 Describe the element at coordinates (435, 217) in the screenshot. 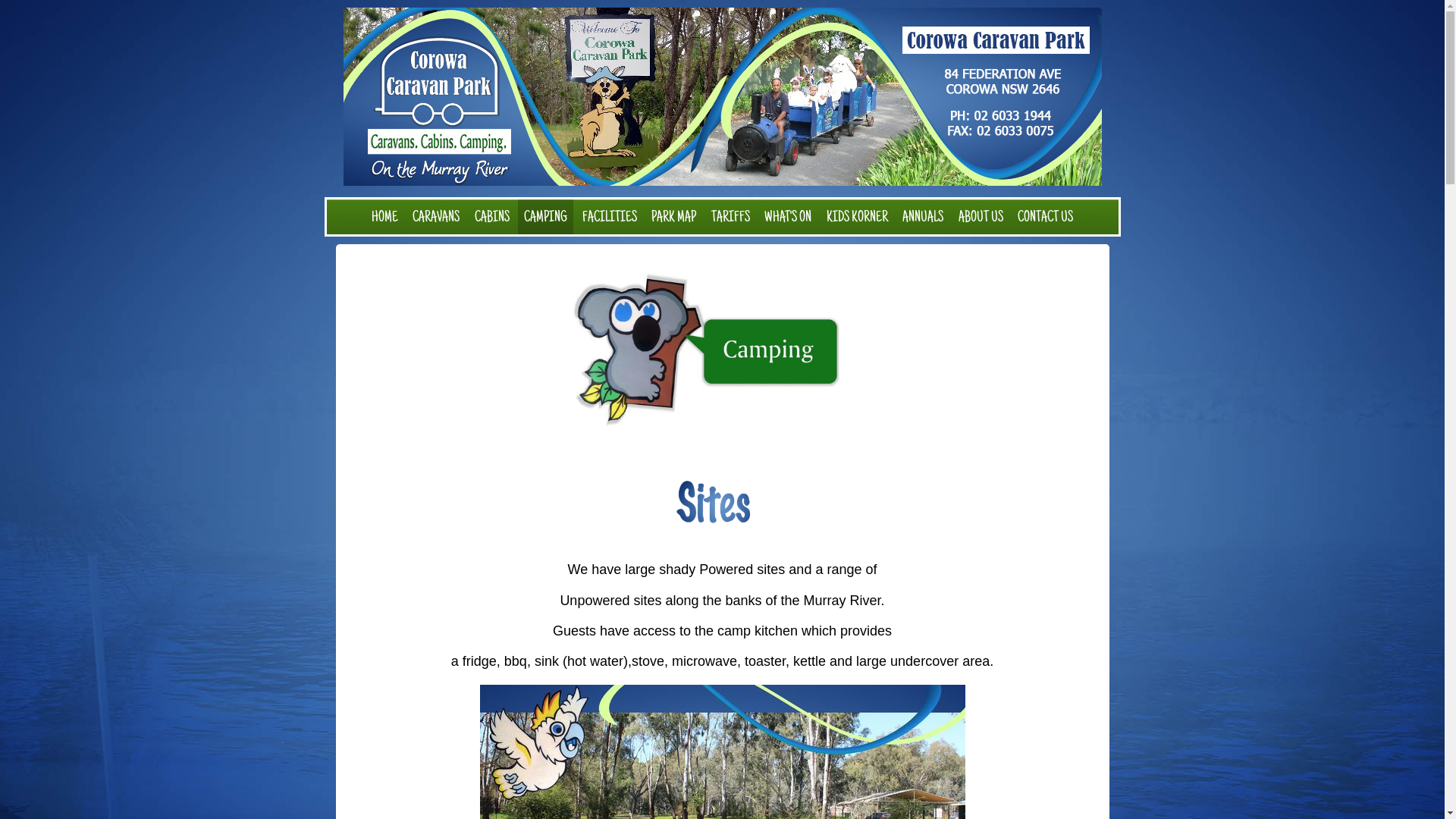

I see `'CARAVANS'` at that location.